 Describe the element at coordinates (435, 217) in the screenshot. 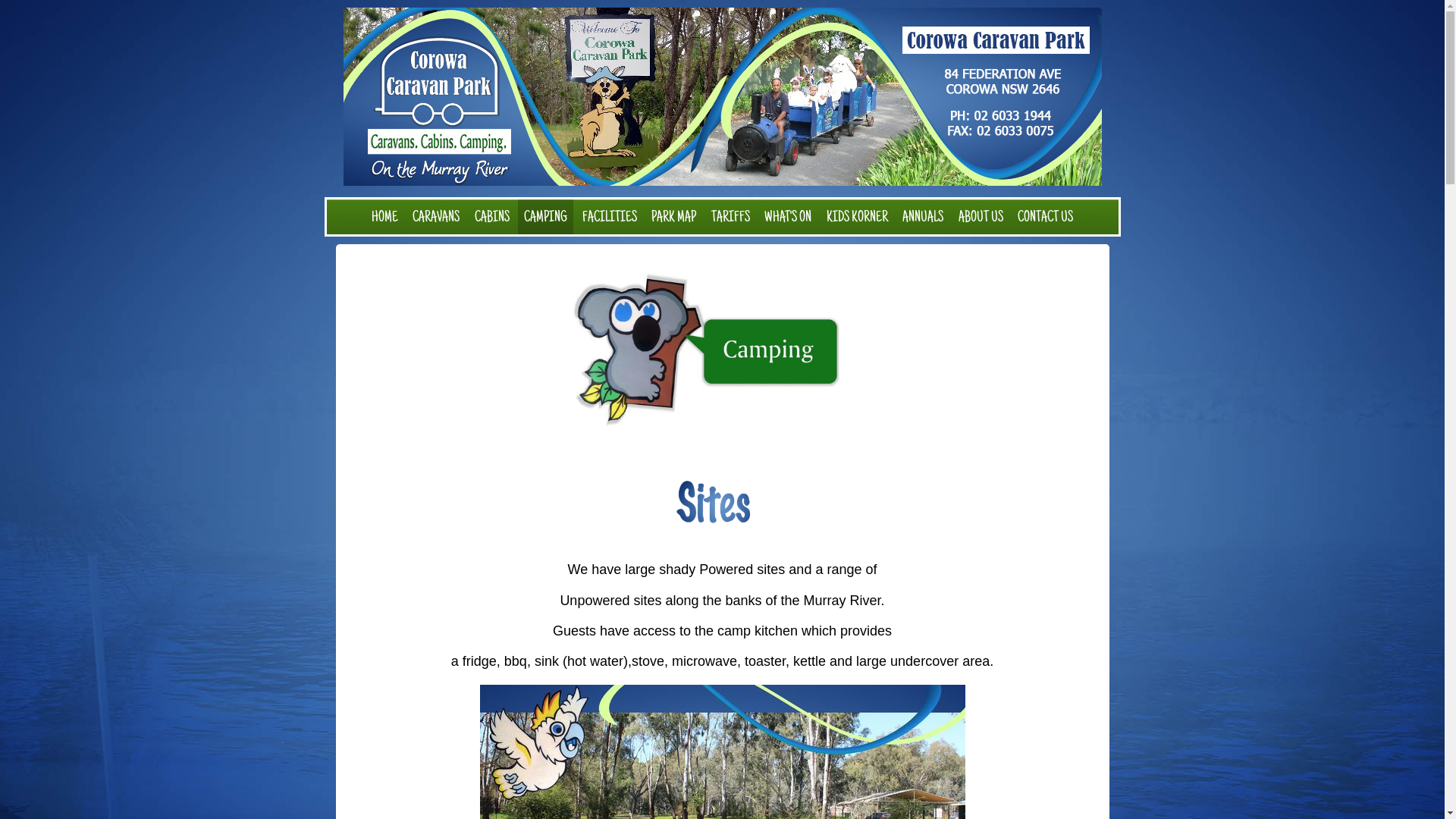

I see `'CARAVANS'` at that location.